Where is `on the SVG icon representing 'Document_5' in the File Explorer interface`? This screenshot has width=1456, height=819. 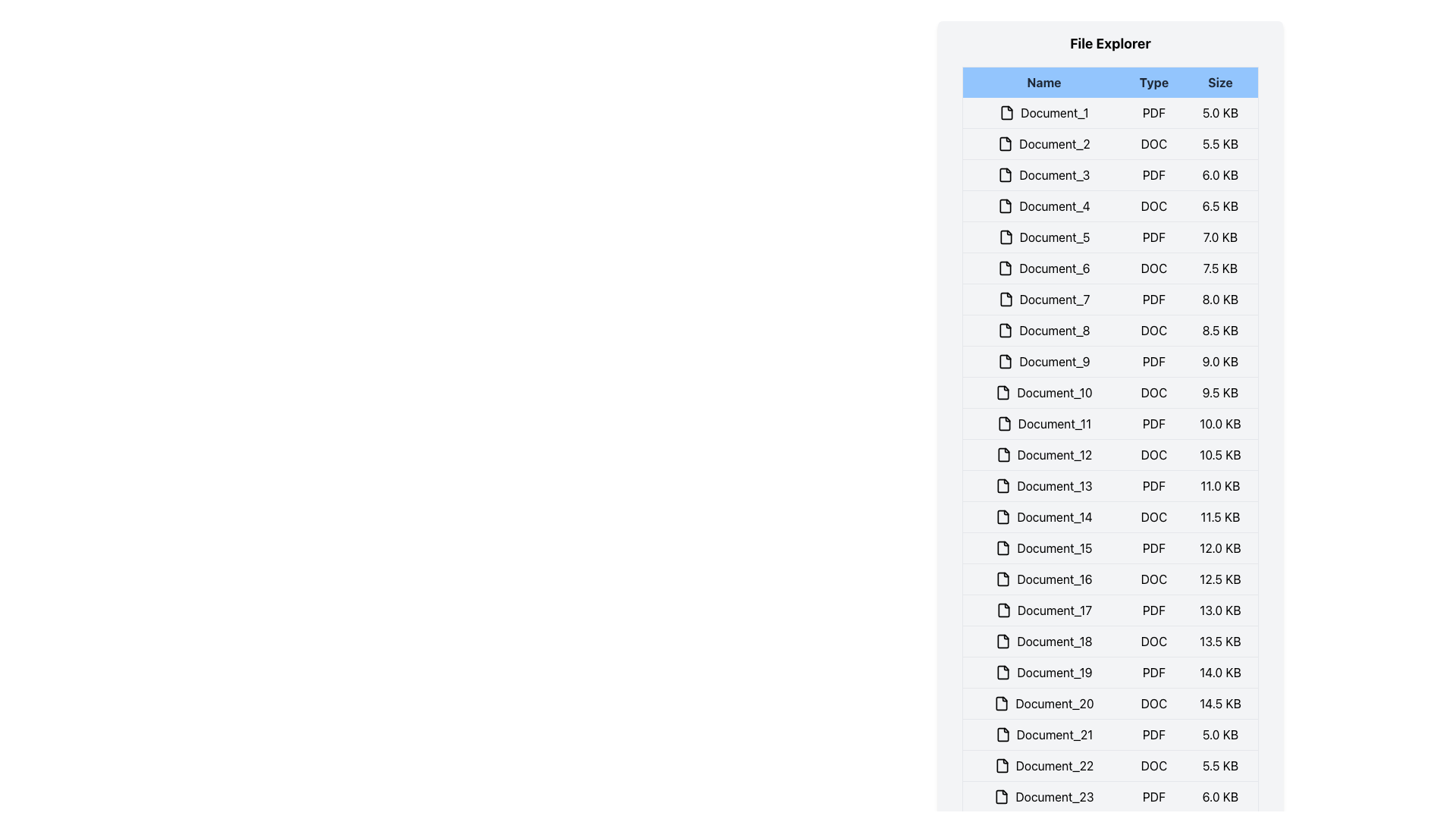
on the SVG icon representing 'Document_5' in the File Explorer interface is located at coordinates (1005, 237).